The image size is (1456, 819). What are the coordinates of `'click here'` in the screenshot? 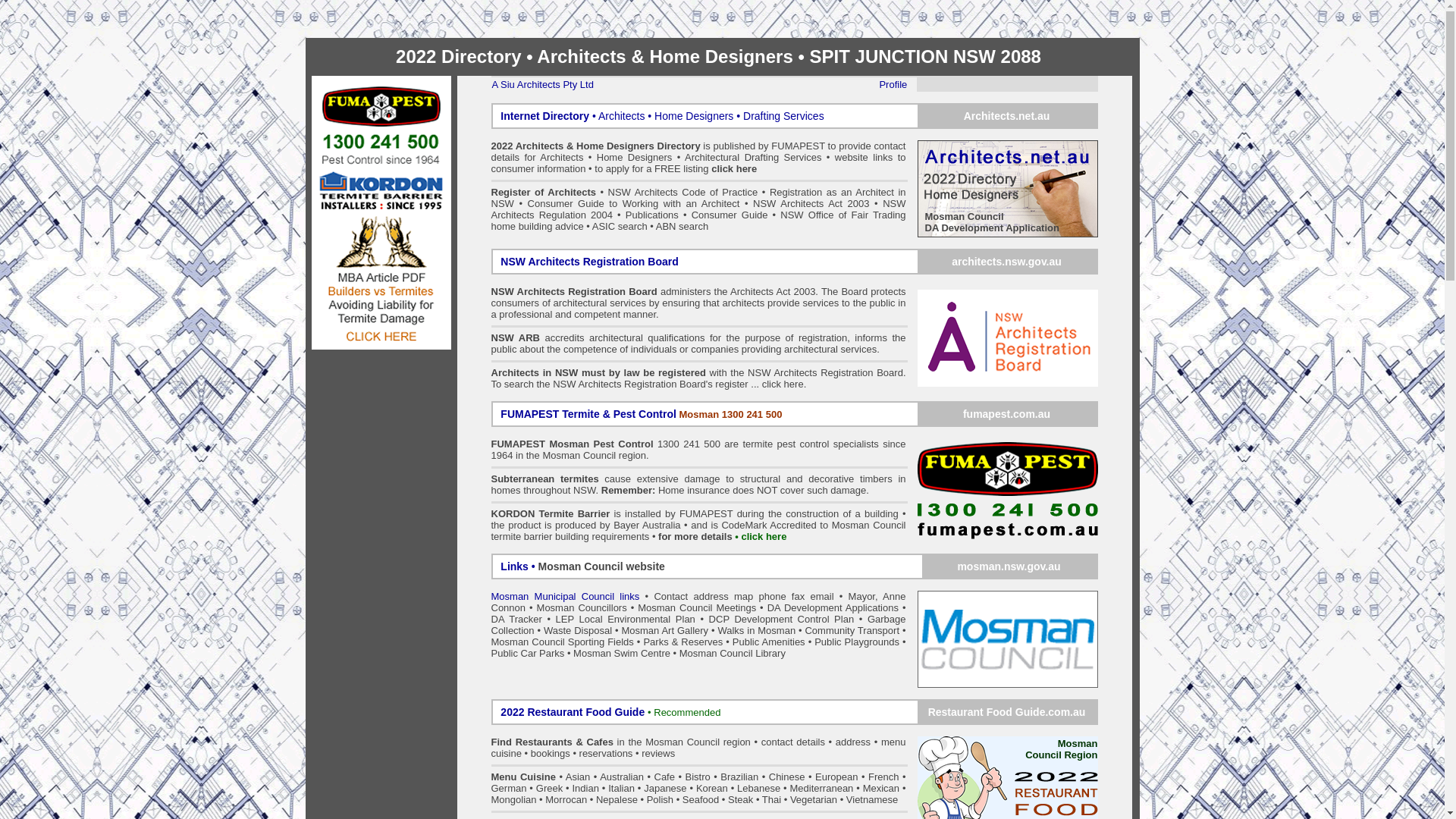 It's located at (734, 168).